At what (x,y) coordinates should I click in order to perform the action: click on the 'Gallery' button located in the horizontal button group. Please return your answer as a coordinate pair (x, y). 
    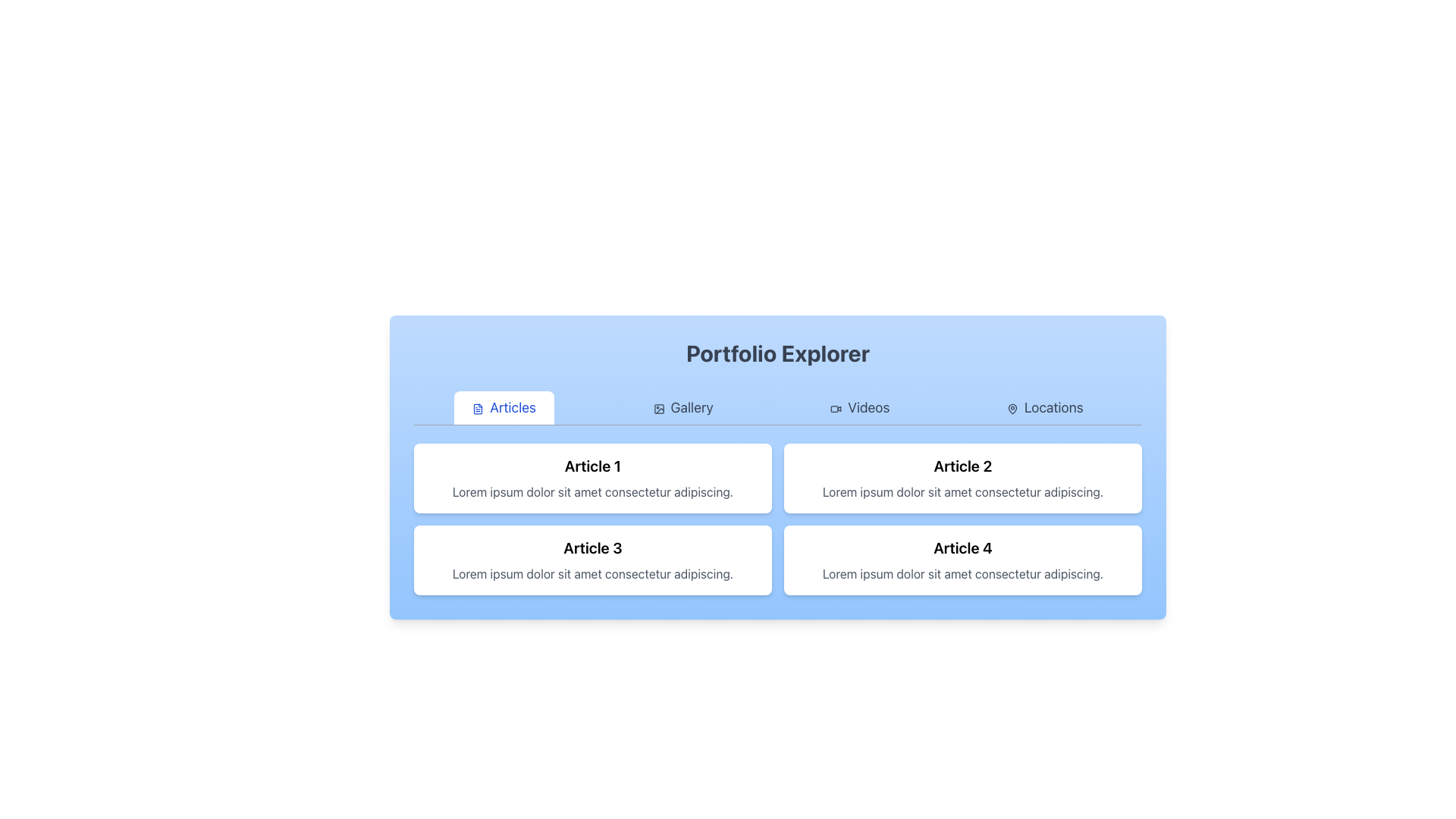
    Looking at the image, I should click on (682, 406).